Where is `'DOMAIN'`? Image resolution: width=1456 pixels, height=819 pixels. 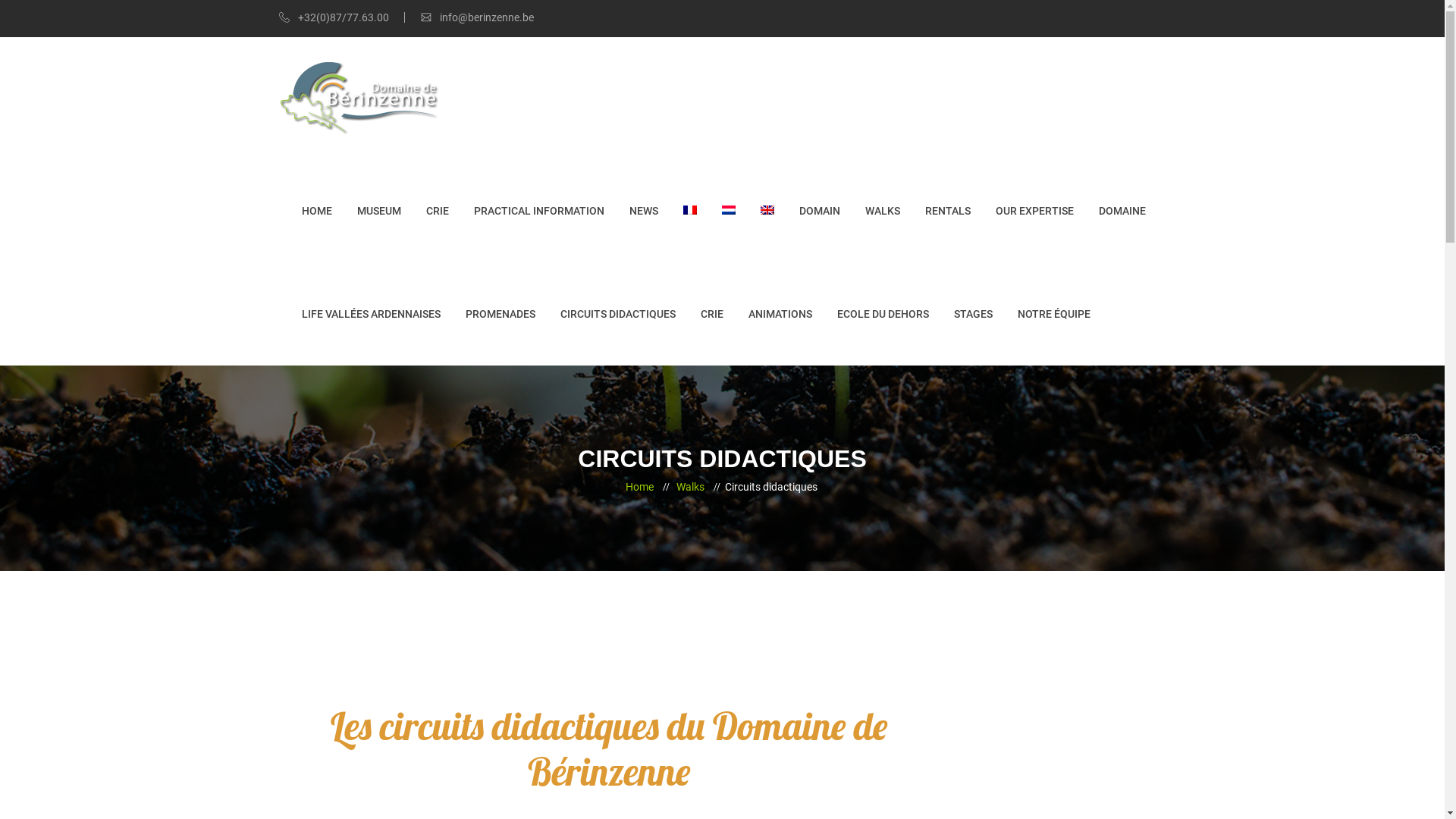
'DOMAIN' is located at coordinates (818, 210).